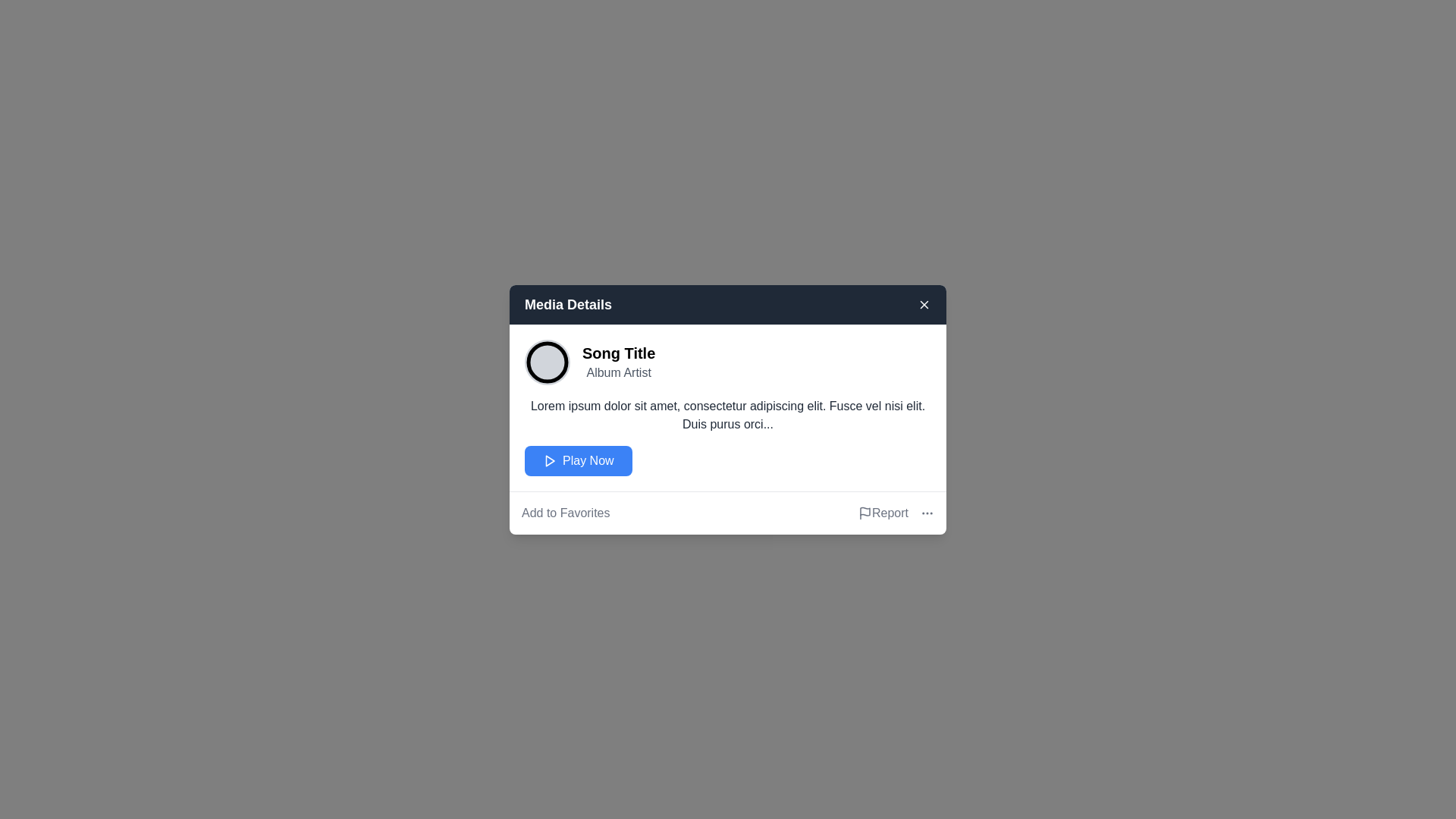  What do you see at coordinates (927, 512) in the screenshot?
I see `the button represented by three circular dots located at the bottom-right corner of the modal dialog box` at bounding box center [927, 512].